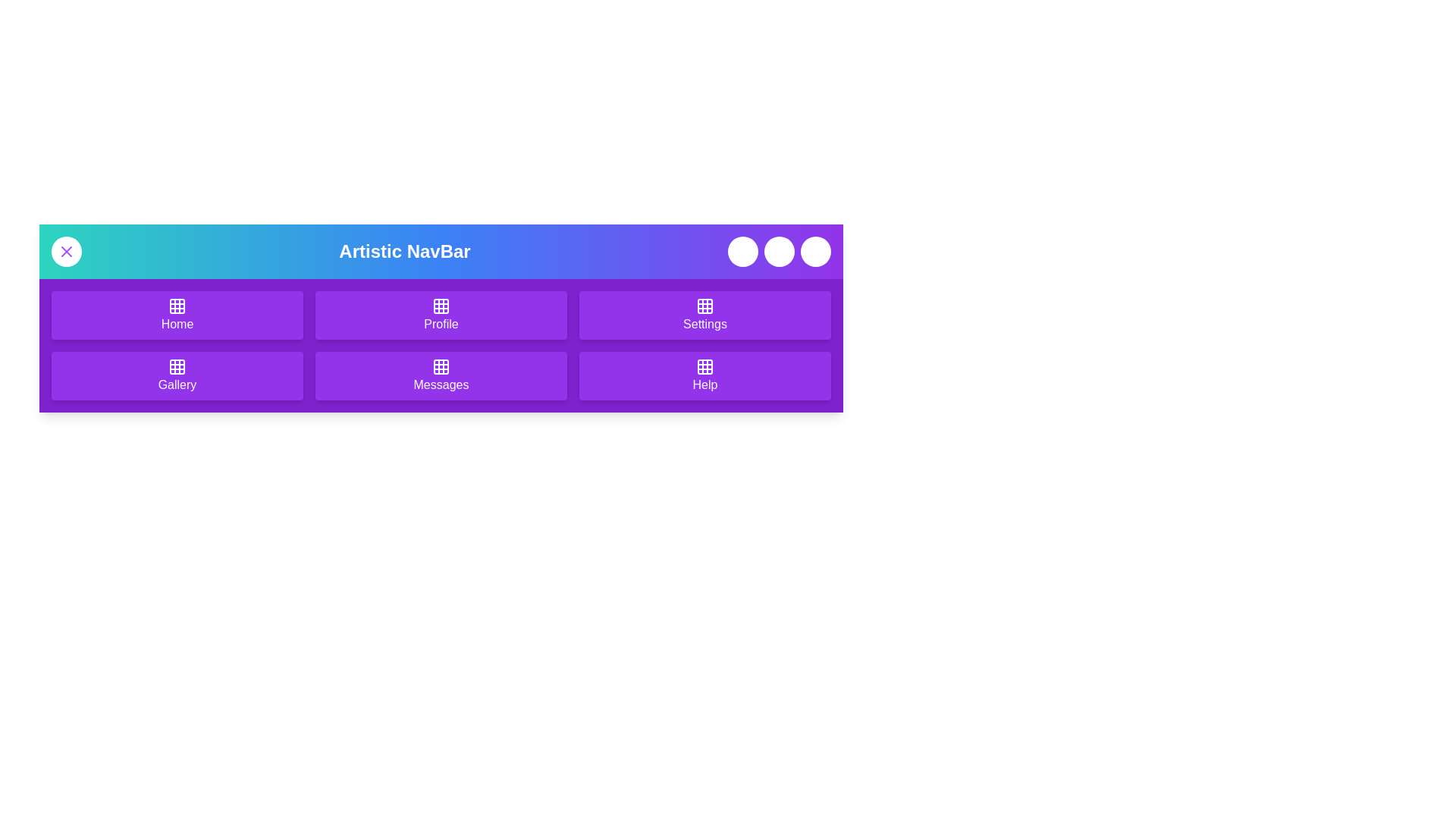  What do you see at coordinates (779, 250) in the screenshot?
I see `the search button located in the top-right corner of the Artistic NavBar` at bounding box center [779, 250].